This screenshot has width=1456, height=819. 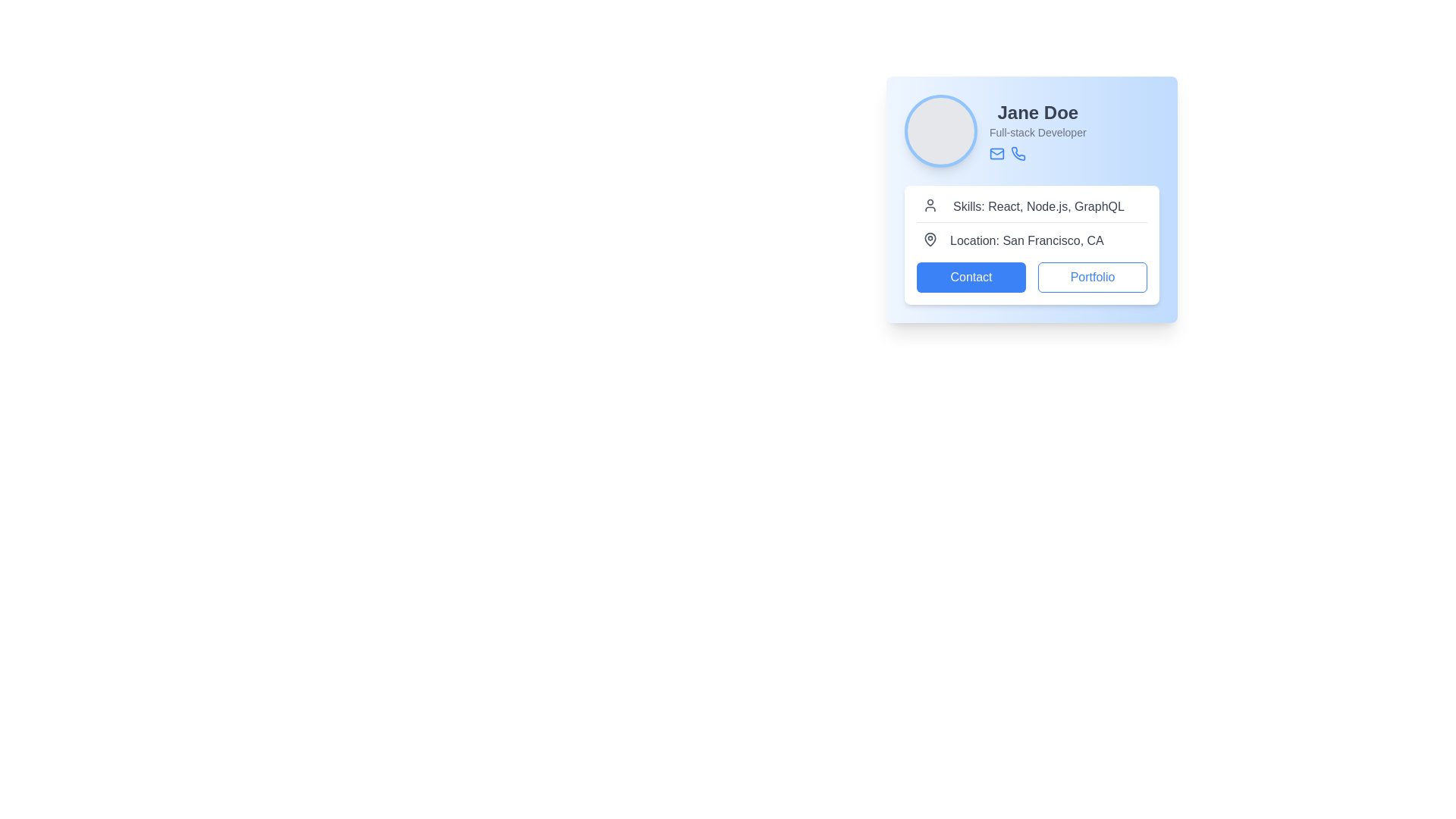 What do you see at coordinates (1031, 240) in the screenshot?
I see `the Label with Icon displaying 'Location: San Francisco, CA' which features a gray map pin icon to its left, located below the text 'Skills: React, Node.js, GraphQL'` at bounding box center [1031, 240].